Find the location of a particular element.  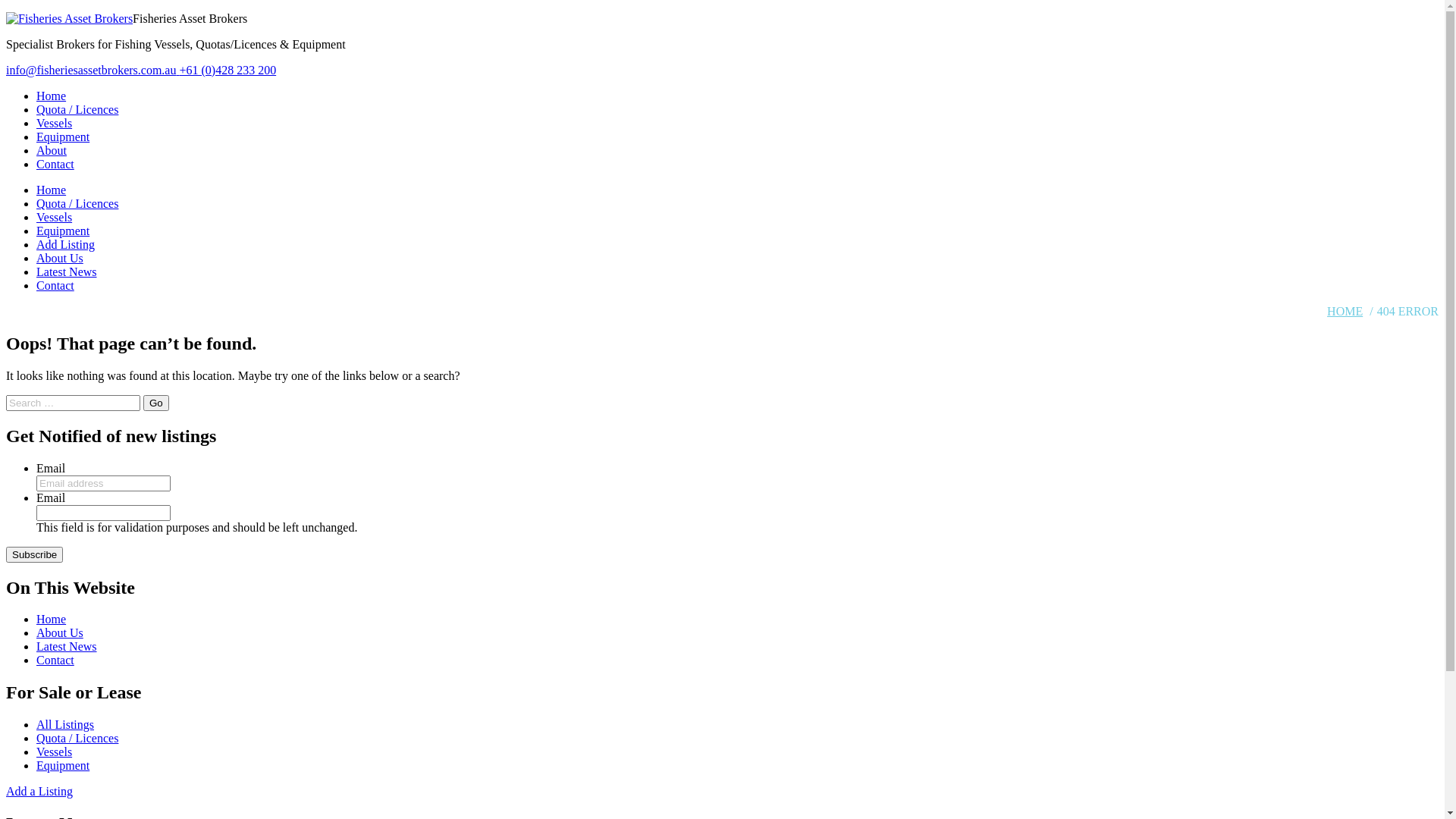

'Vessels' is located at coordinates (36, 752).